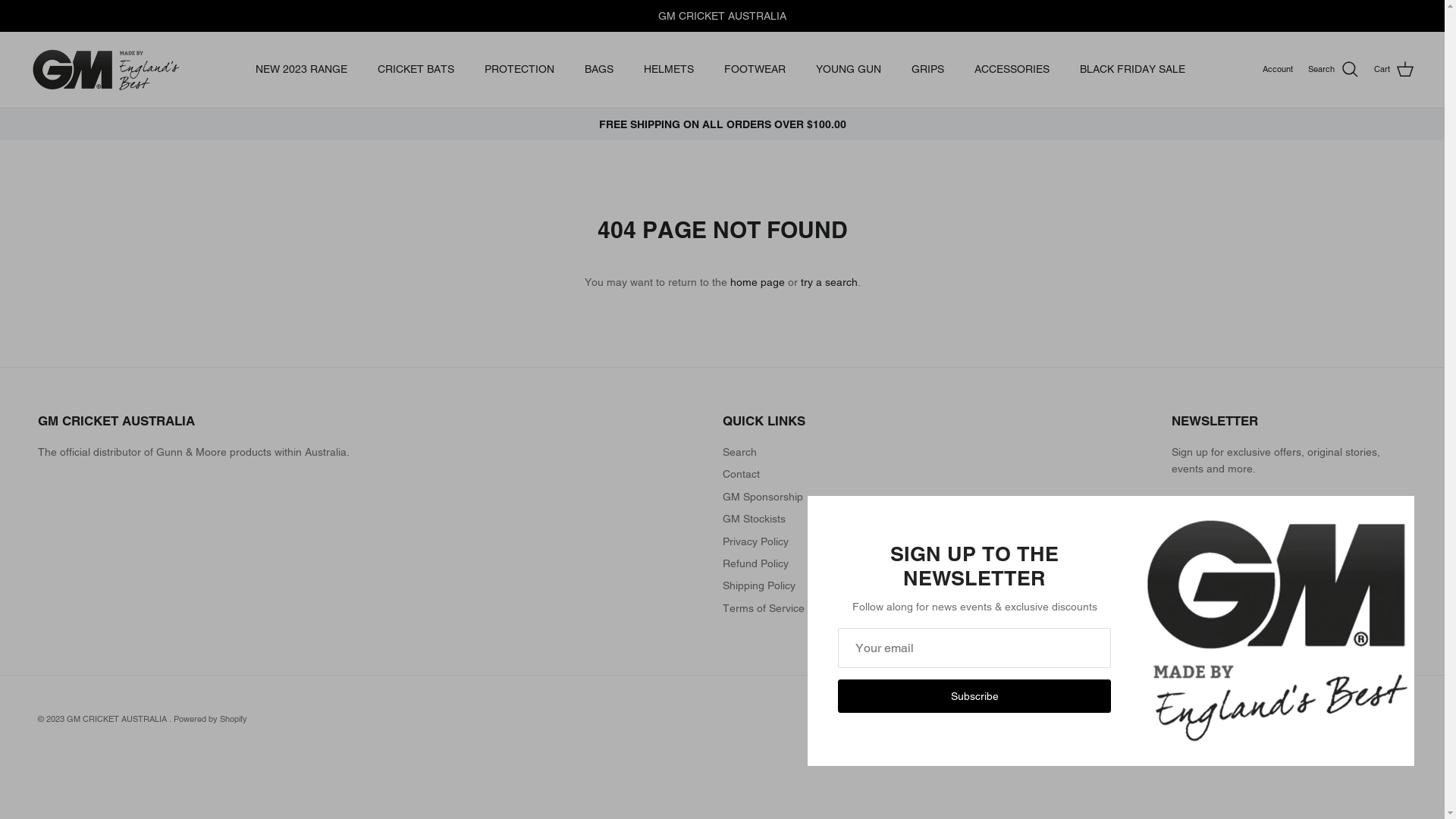  What do you see at coordinates (759, 584) in the screenshot?
I see `'Shipping Policy'` at bounding box center [759, 584].